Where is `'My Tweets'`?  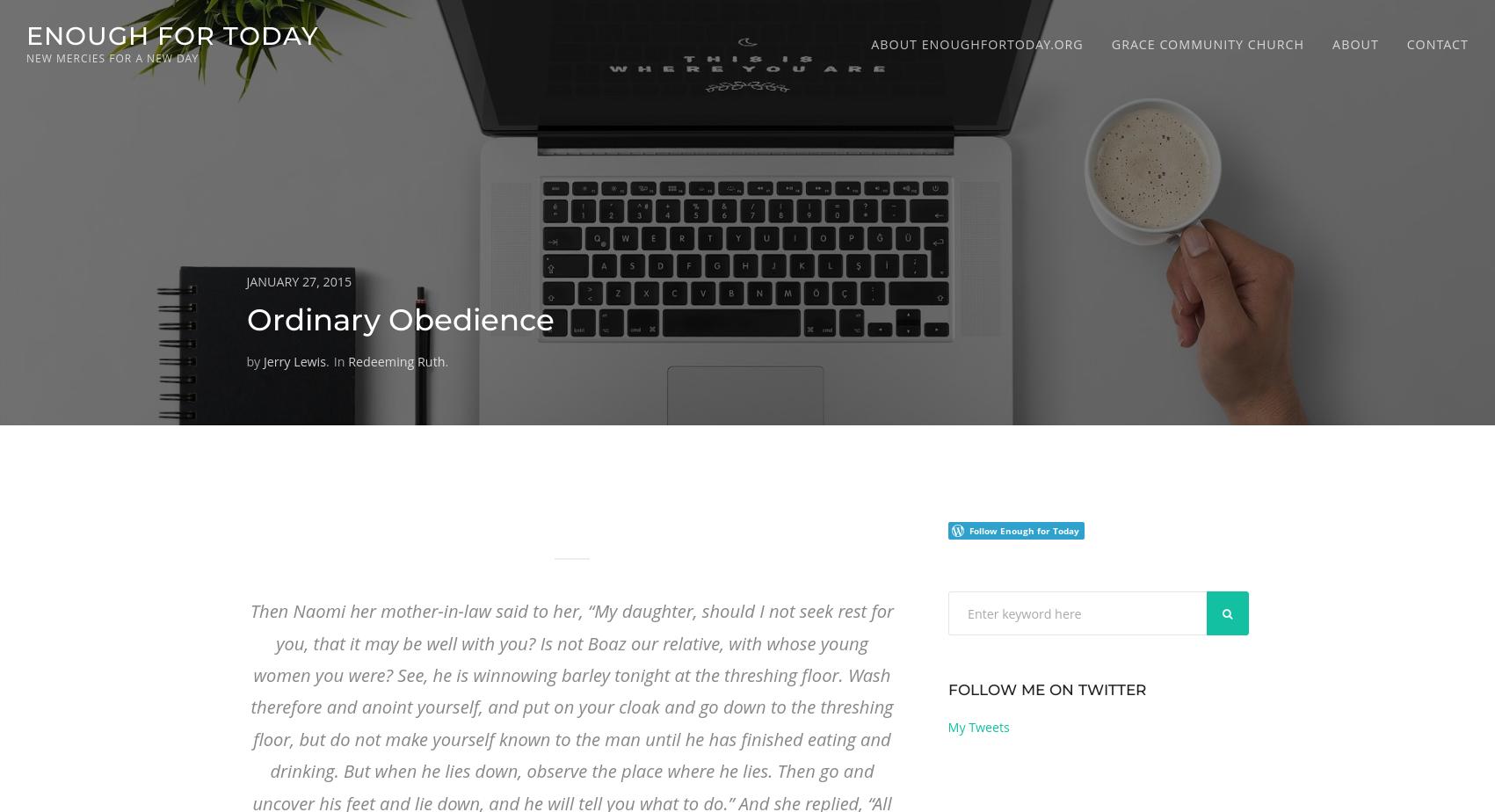 'My Tweets' is located at coordinates (976, 727).